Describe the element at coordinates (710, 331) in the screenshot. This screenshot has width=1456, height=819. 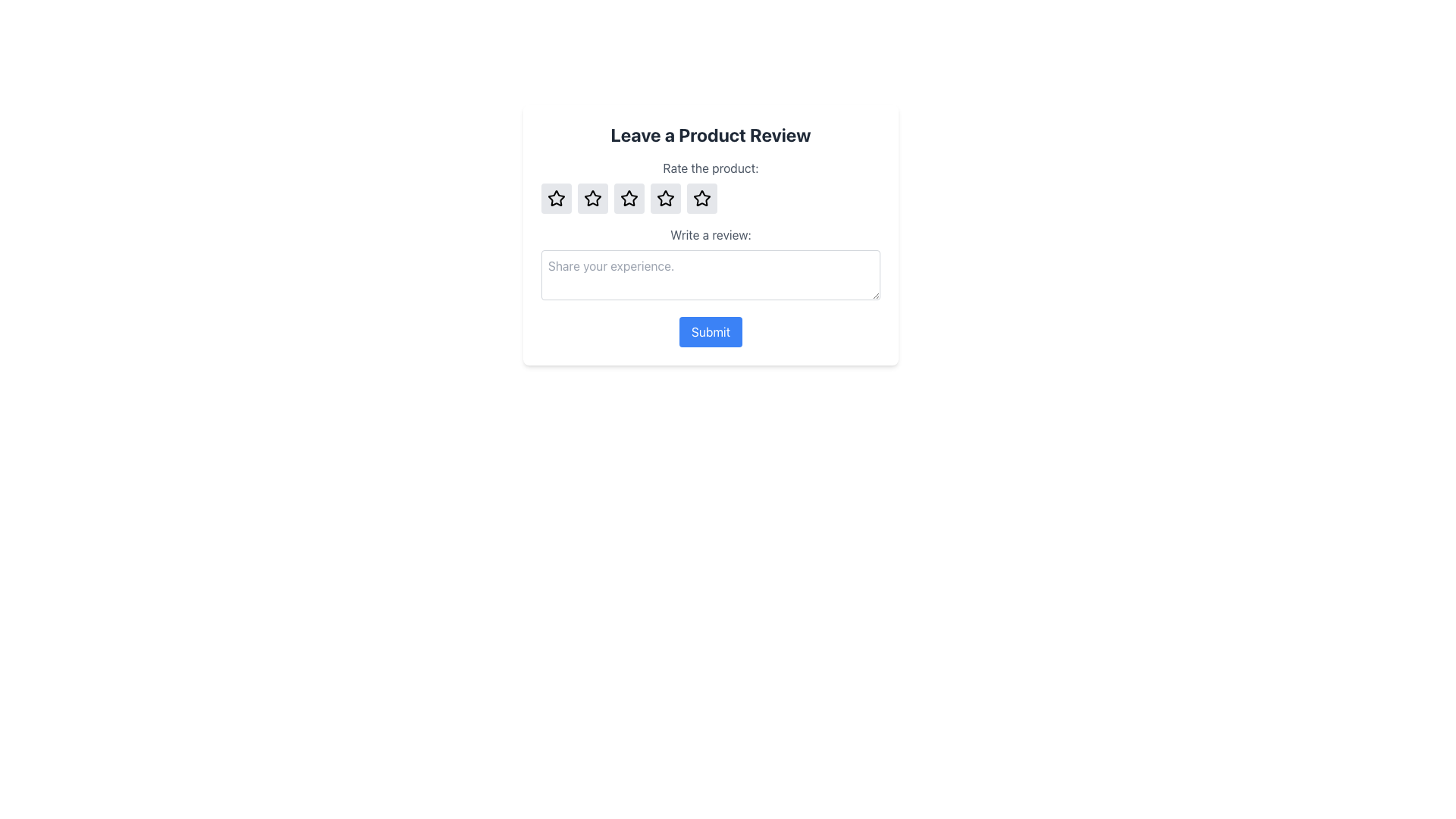
I see `the submit button located at the bottom of the form, which triggers a hover effect to indicate its functionality` at that location.